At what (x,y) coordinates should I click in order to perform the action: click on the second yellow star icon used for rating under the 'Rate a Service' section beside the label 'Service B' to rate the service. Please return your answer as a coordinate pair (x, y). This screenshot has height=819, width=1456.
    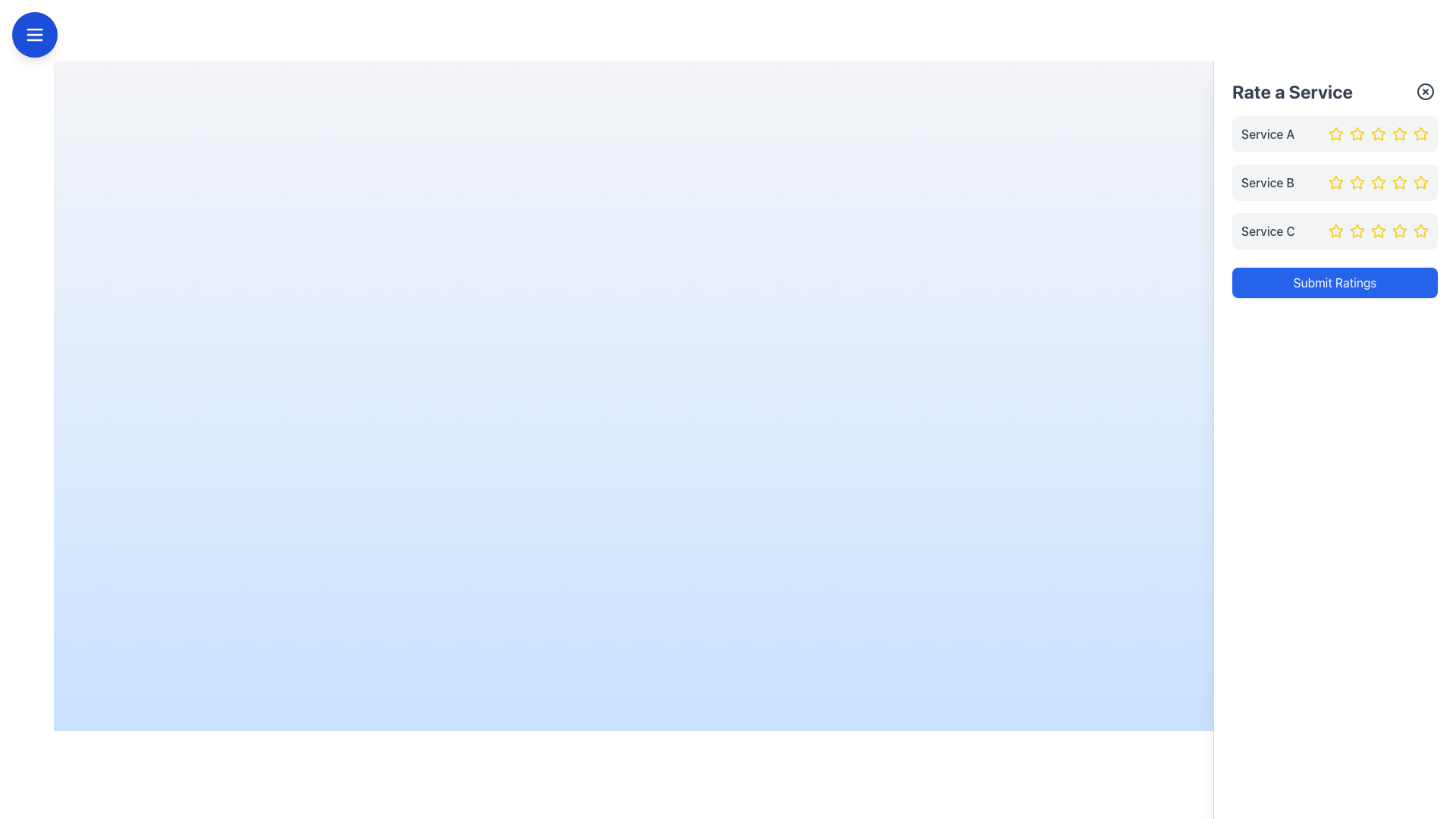
    Looking at the image, I should click on (1357, 181).